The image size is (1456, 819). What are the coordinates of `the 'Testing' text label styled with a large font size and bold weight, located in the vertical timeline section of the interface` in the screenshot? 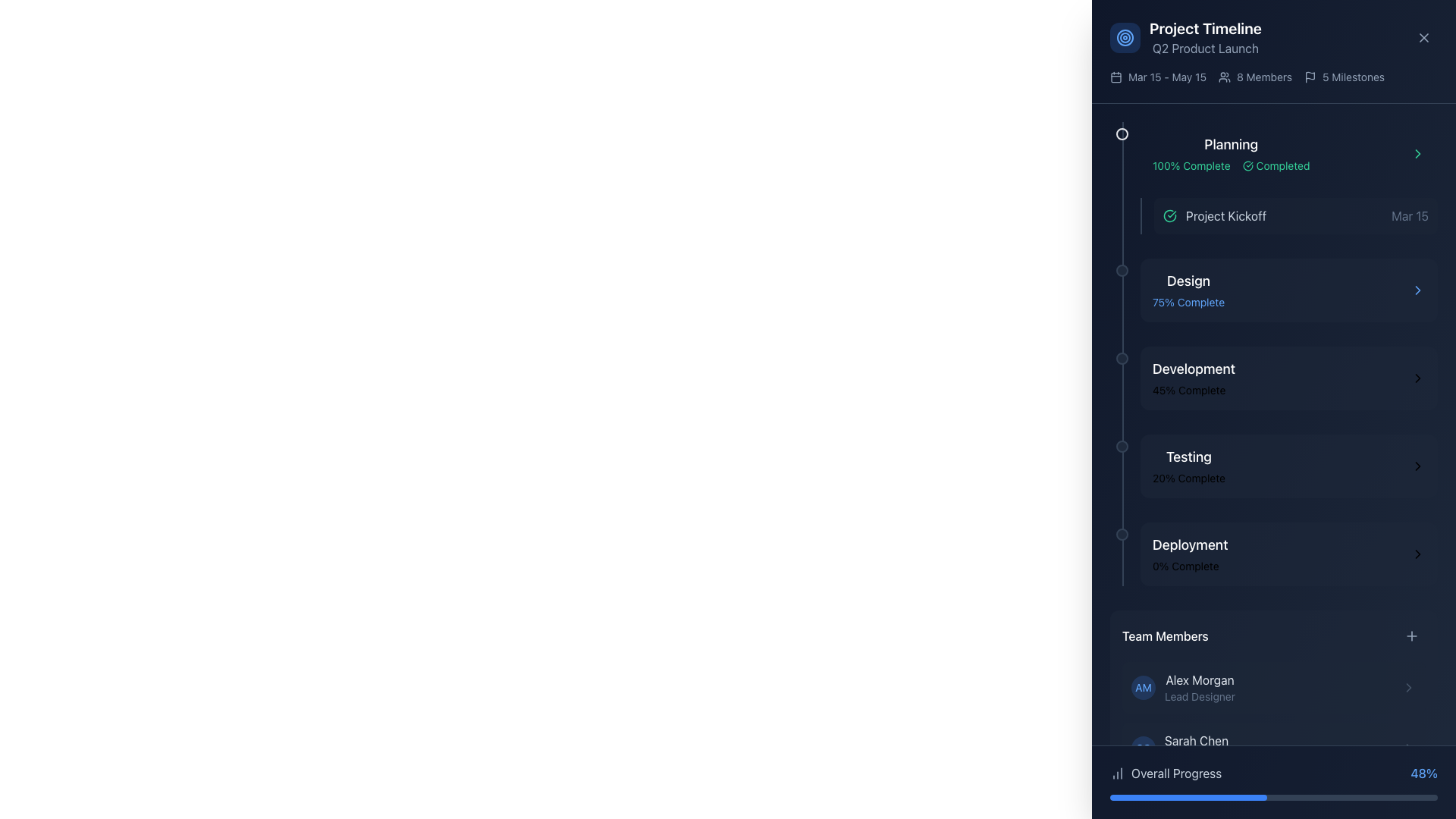 It's located at (1188, 456).